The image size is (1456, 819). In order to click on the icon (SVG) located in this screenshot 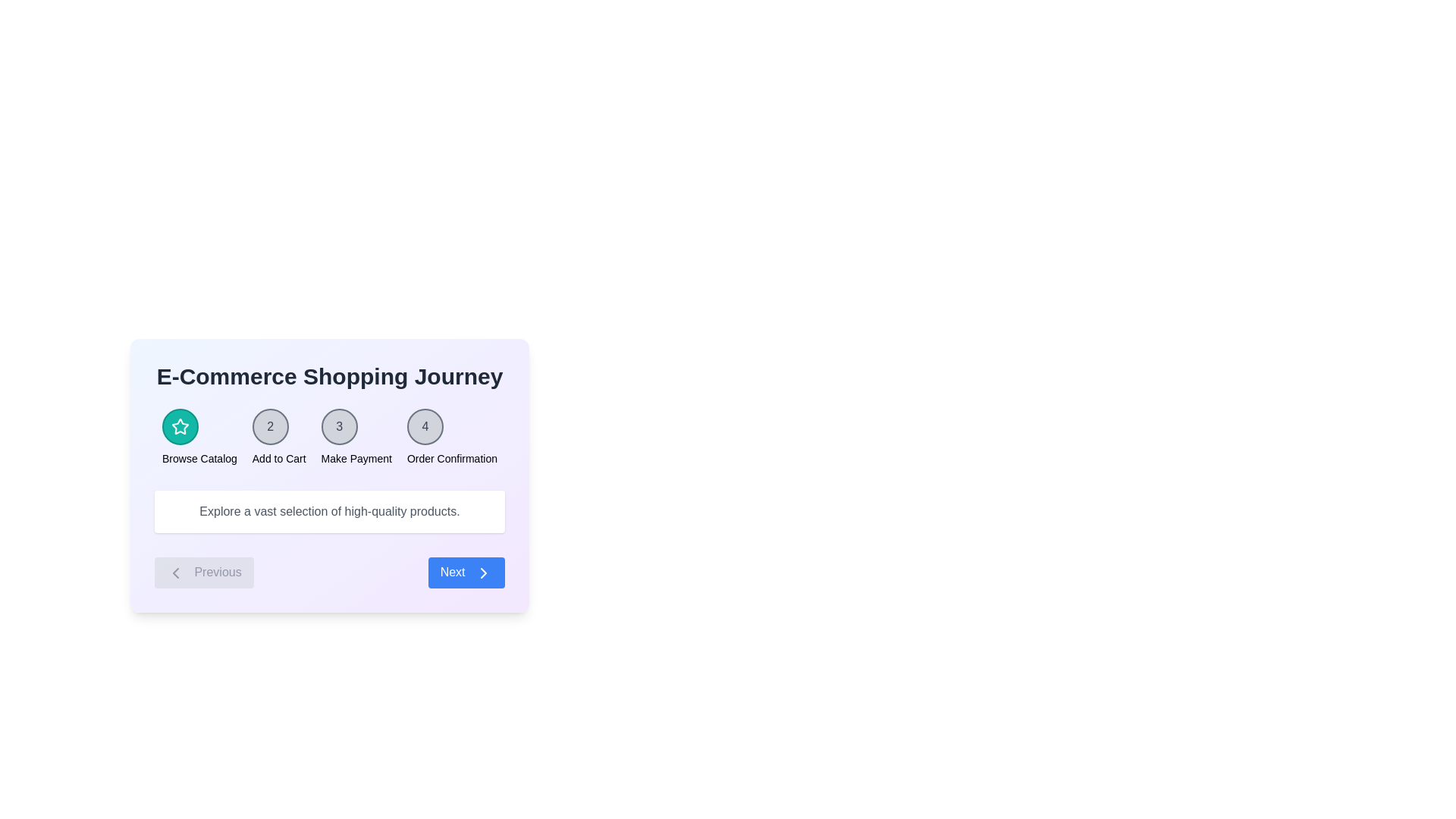, I will do `click(180, 426)`.